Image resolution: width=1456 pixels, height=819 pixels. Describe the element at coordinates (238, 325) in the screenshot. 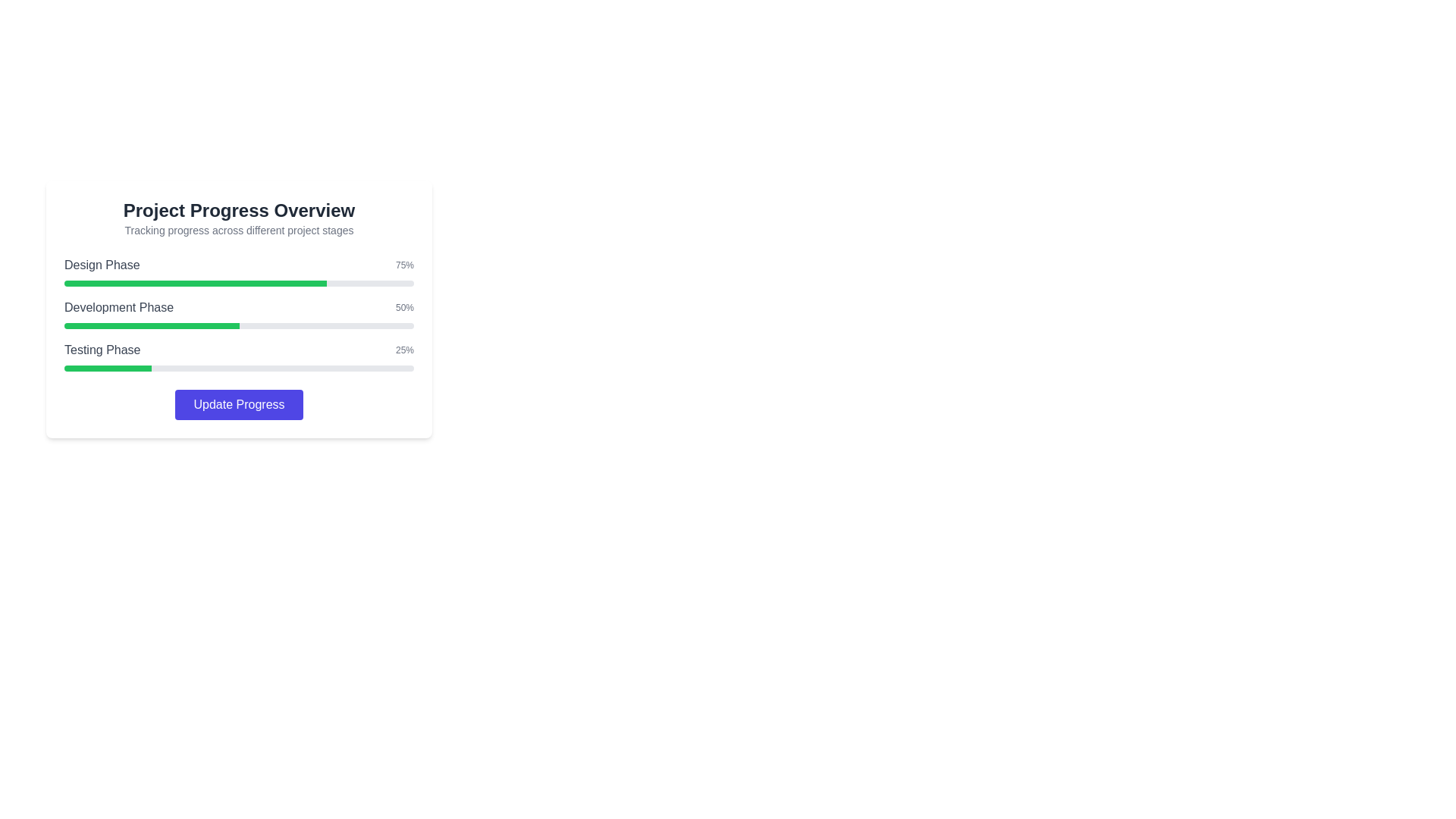

I see `the second progress bar located below the title 'Development Phase' and above the value '50%', which visually represents 50% progress with a gray background and a green-filled portion` at that location.